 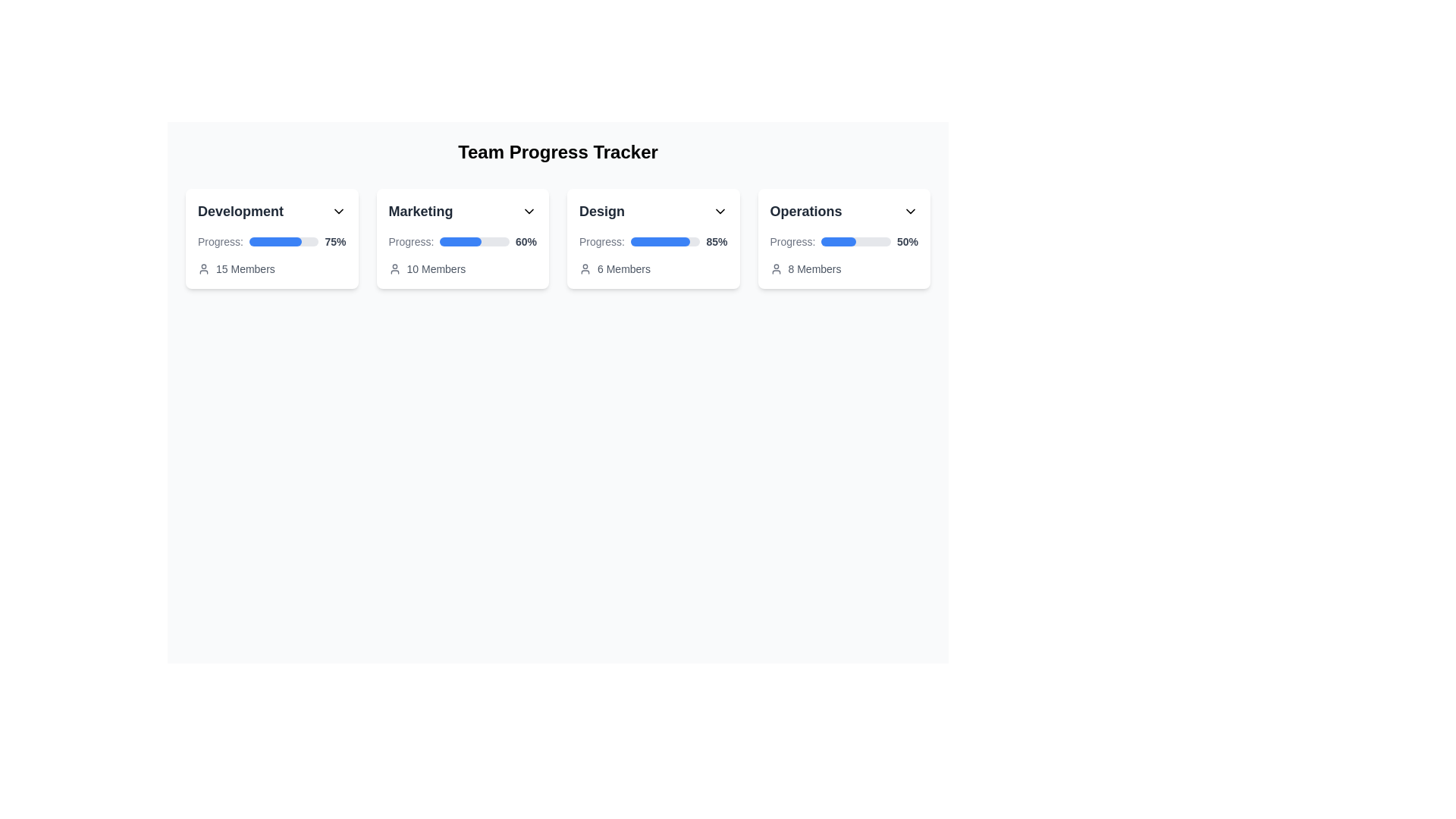 I want to click on the blue progress bar located within the 'Design' card, which indicates 85% progress and is centered within a gray progress bar, so click(x=660, y=241).